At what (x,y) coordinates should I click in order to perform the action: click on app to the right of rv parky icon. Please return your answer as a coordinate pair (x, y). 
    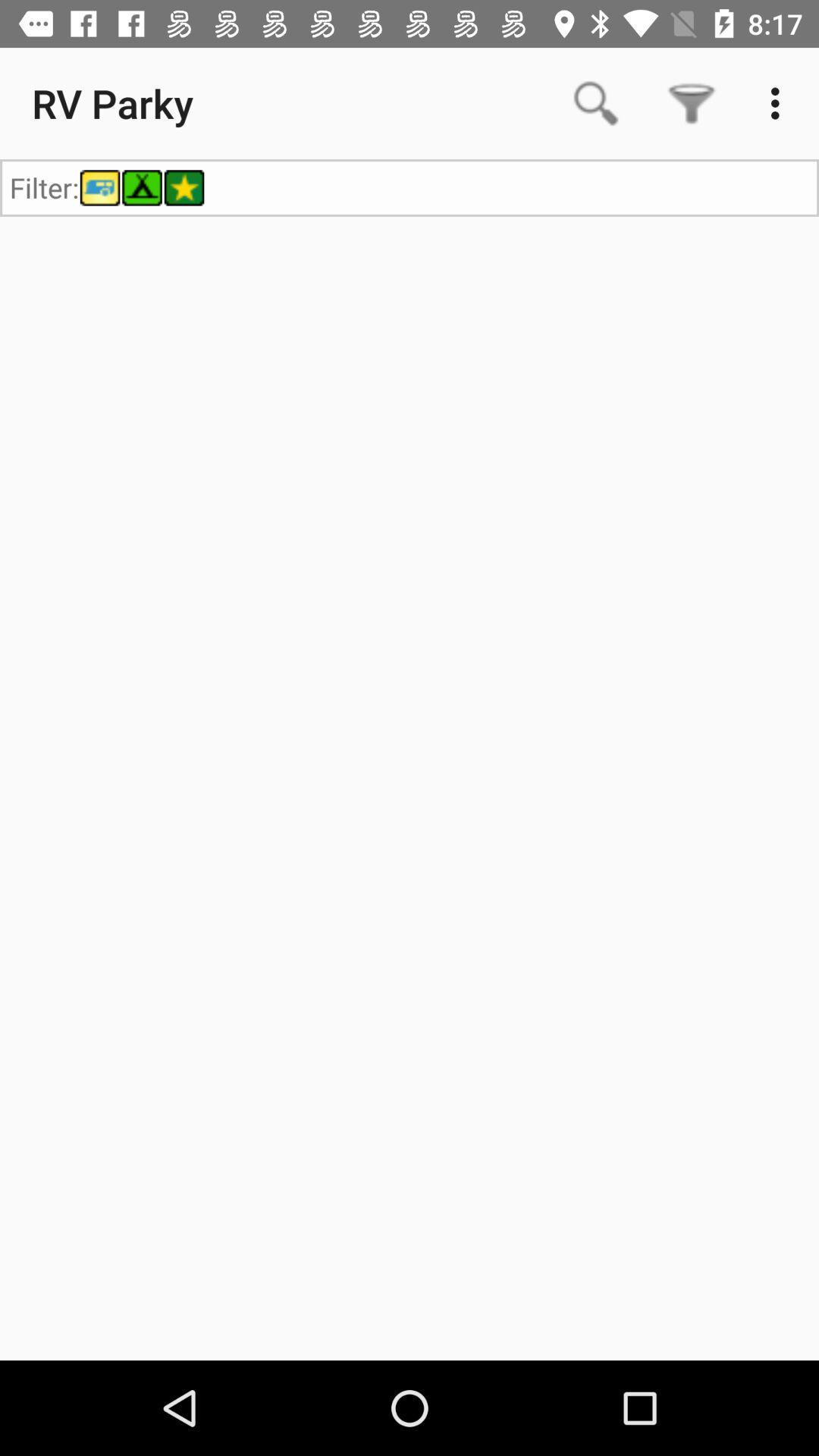
    Looking at the image, I should click on (595, 102).